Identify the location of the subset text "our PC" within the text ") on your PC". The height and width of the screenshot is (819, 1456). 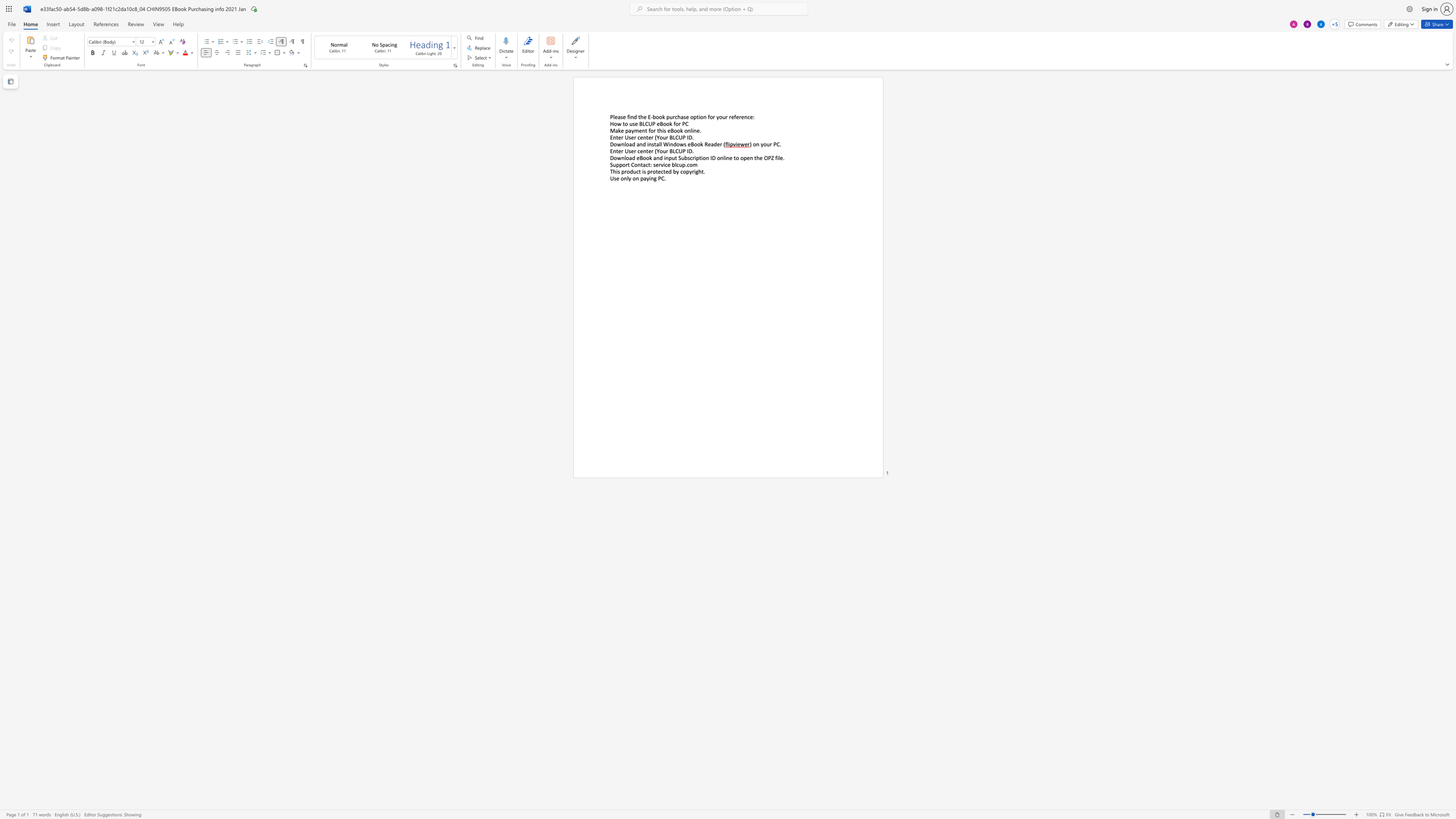
(762, 144).